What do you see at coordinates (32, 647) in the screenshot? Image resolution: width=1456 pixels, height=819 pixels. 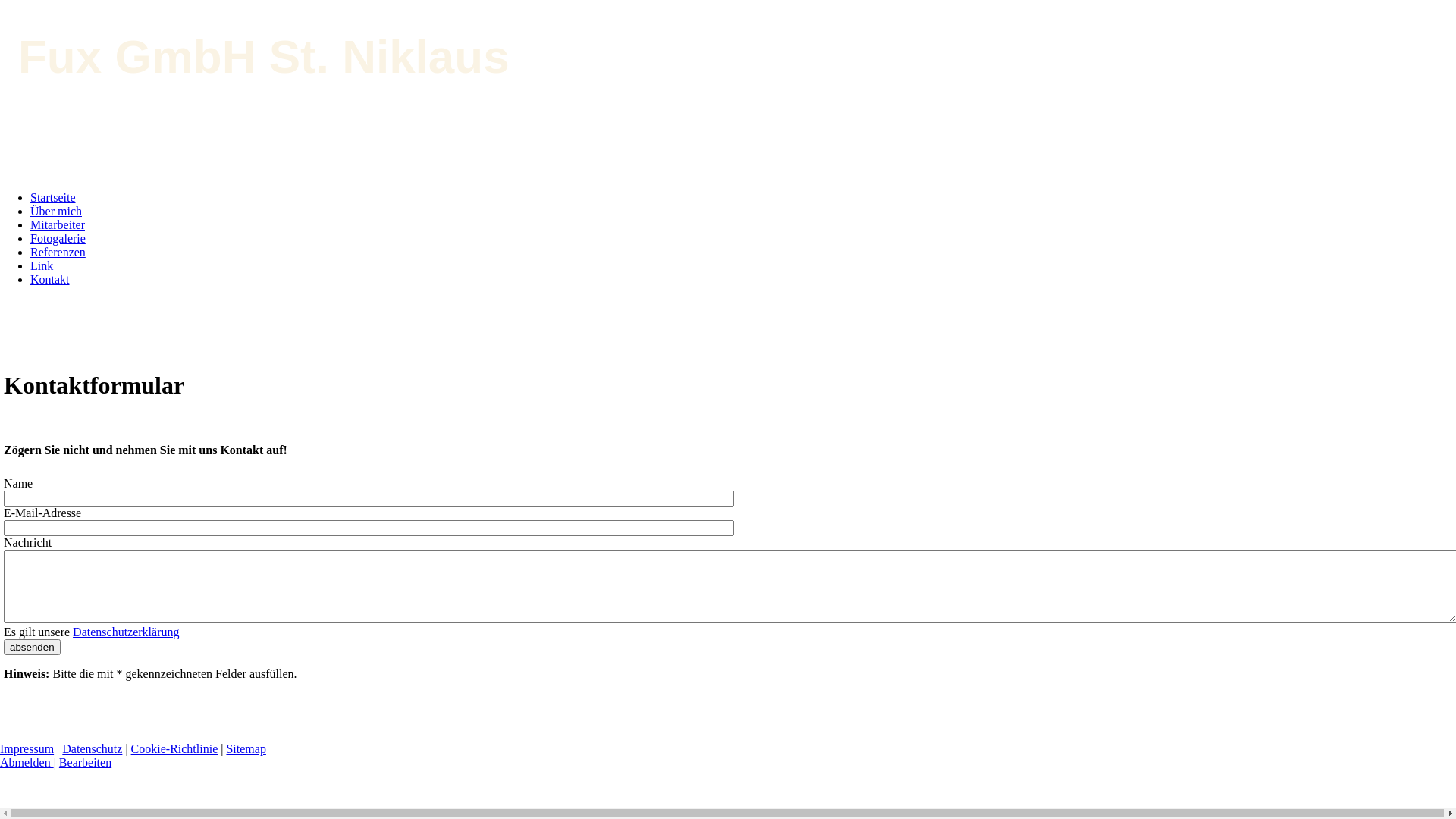 I see `'absenden'` at bounding box center [32, 647].